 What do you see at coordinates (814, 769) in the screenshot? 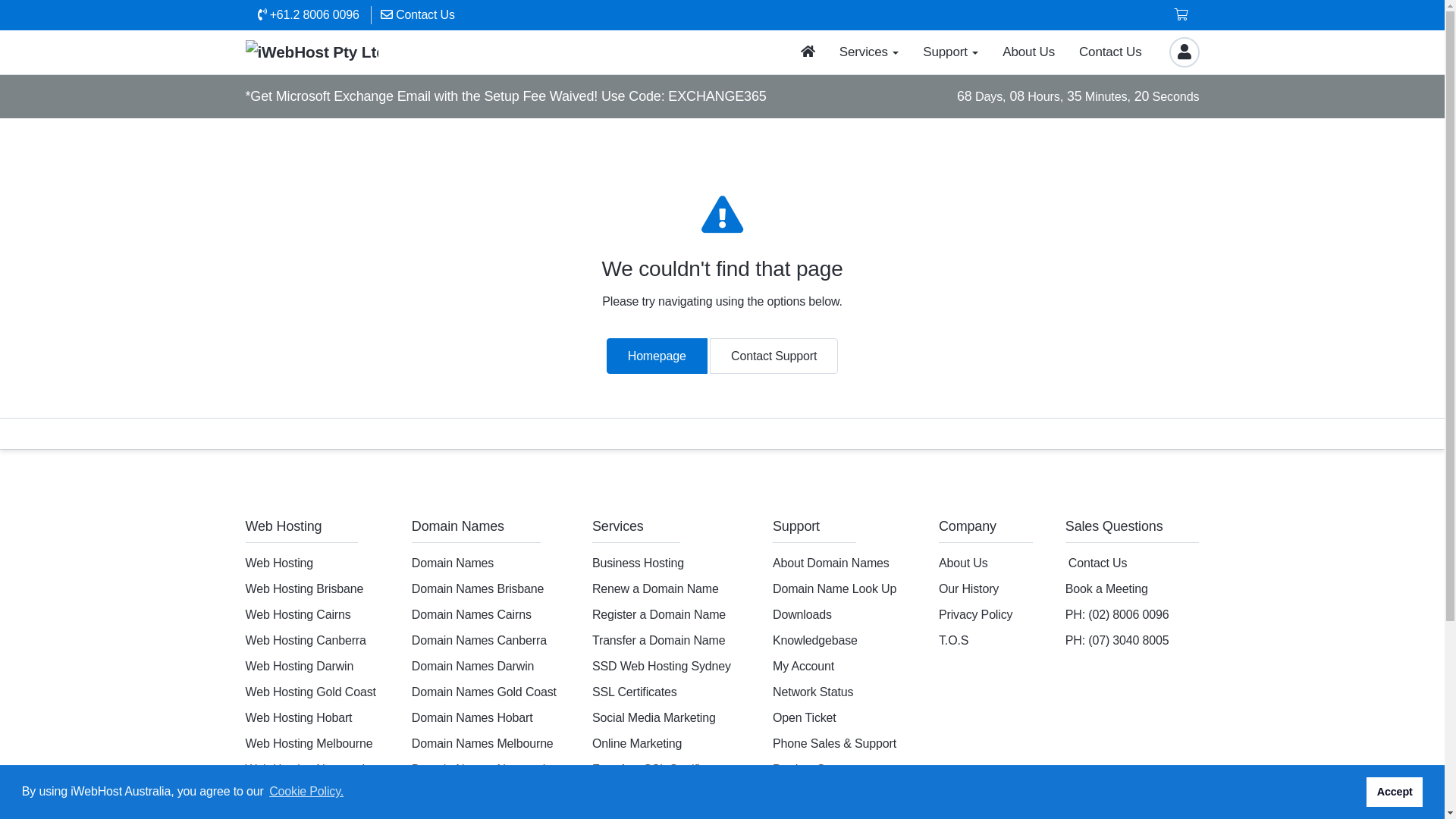
I see `'Product Support'` at bounding box center [814, 769].